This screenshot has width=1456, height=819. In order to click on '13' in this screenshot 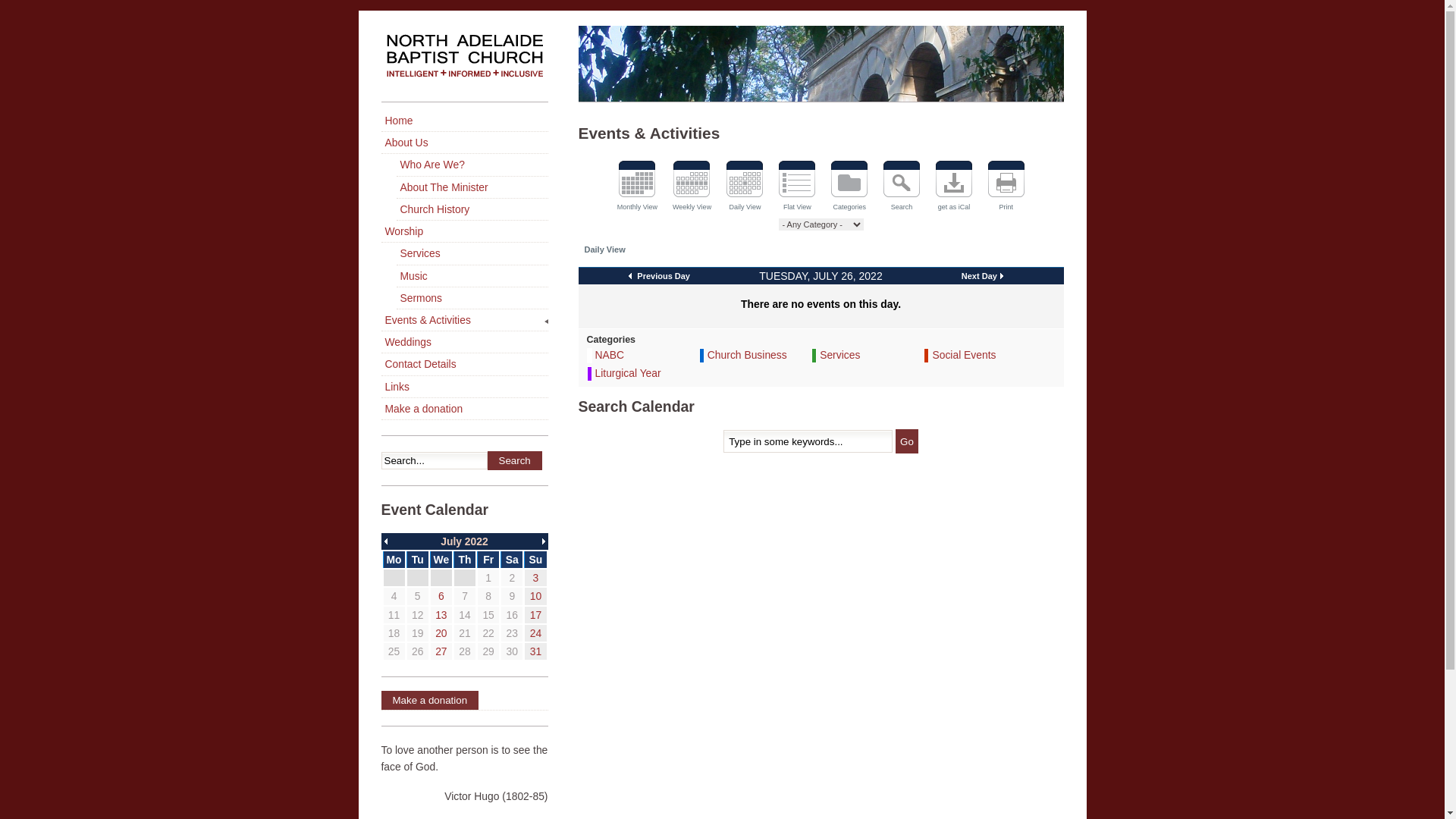, I will do `click(440, 614)`.